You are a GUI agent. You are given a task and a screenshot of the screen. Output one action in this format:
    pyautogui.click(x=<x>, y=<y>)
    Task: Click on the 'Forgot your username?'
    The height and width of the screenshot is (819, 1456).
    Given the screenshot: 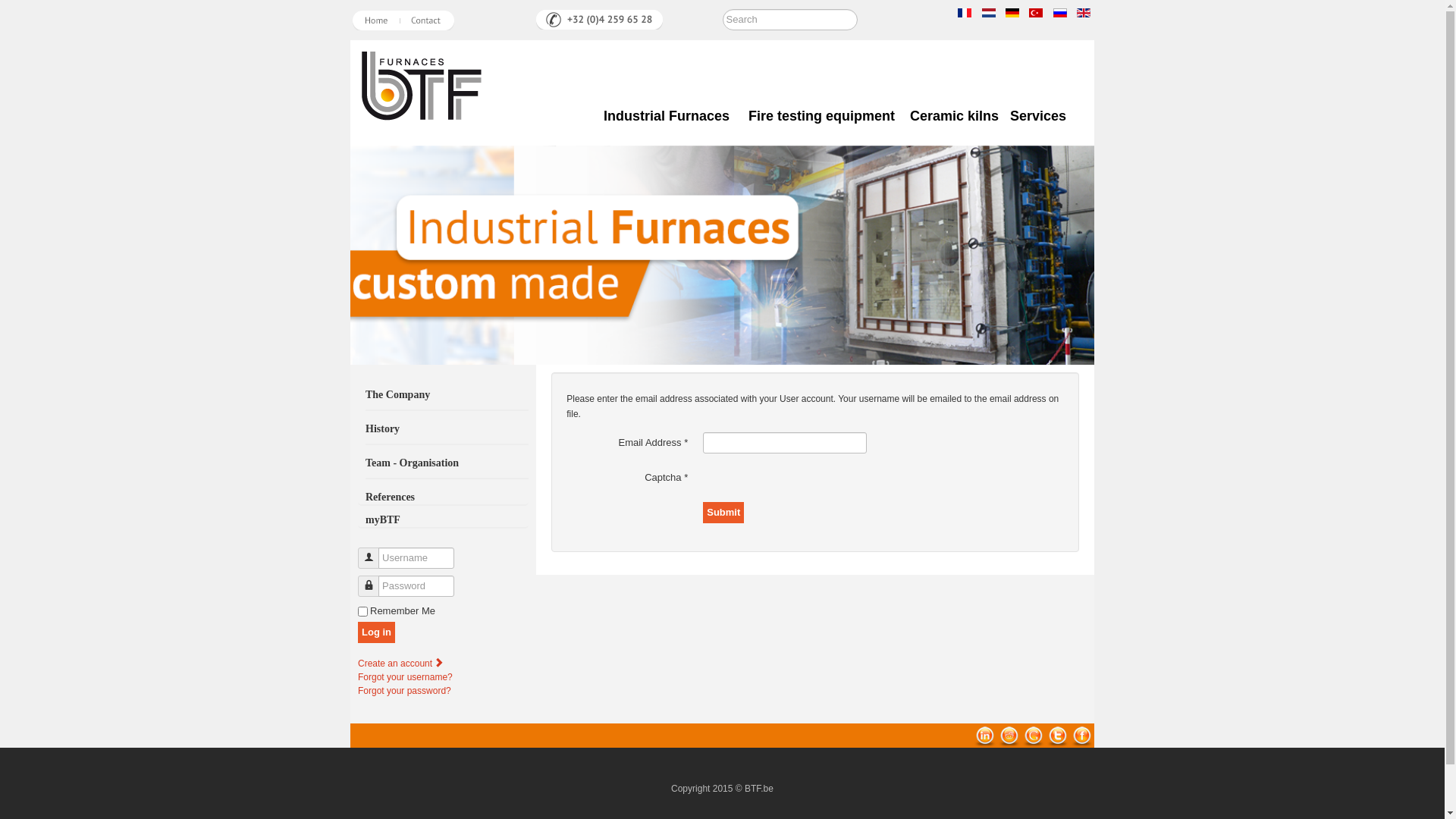 What is the action you would take?
    pyautogui.click(x=405, y=676)
    